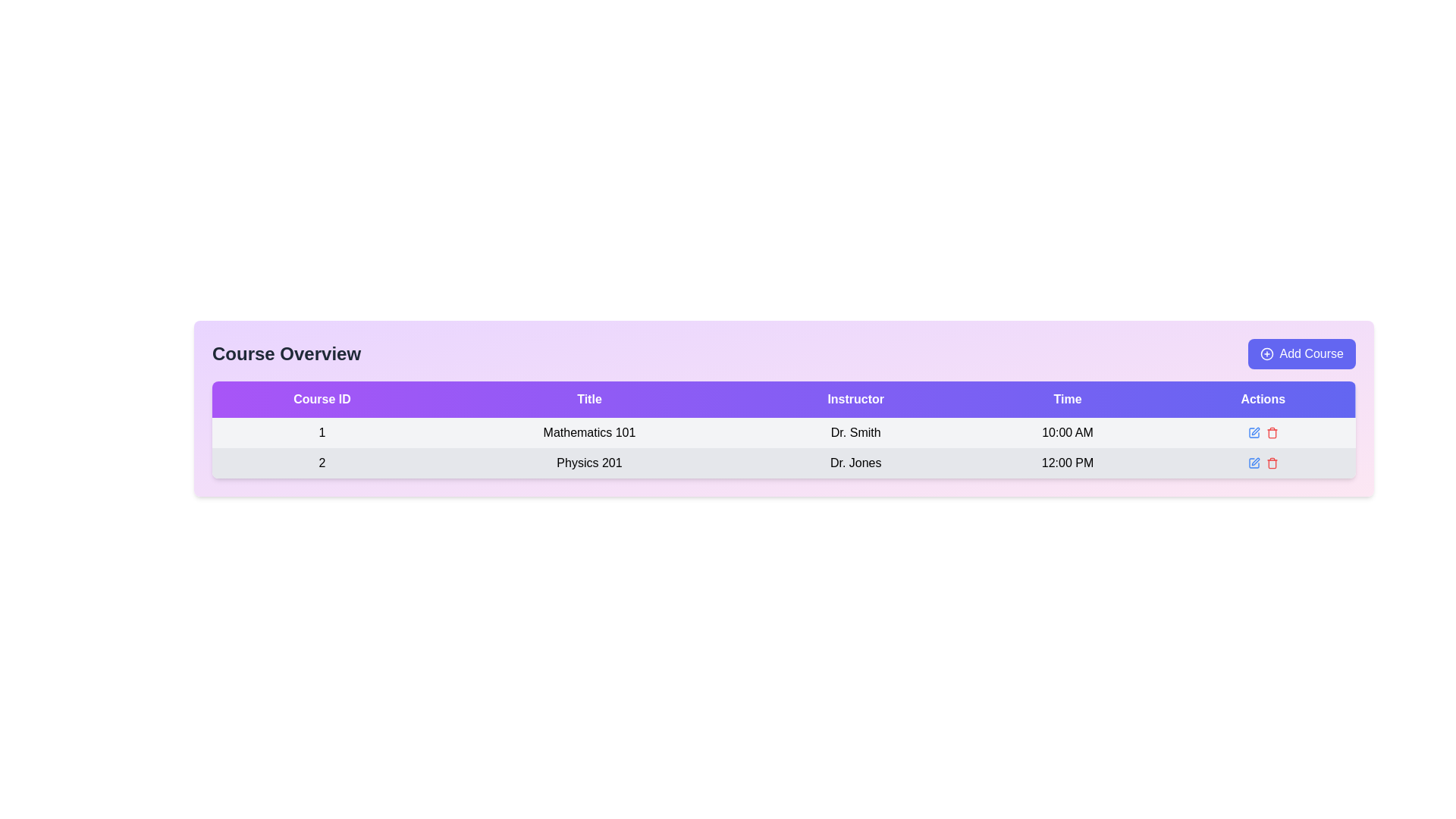 This screenshot has width=1456, height=819. What do you see at coordinates (1066, 399) in the screenshot?
I see `the 'Time' column header in the table, which is the fourth header from the left, featuring white text on a purple background` at bounding box center [1066, 399].